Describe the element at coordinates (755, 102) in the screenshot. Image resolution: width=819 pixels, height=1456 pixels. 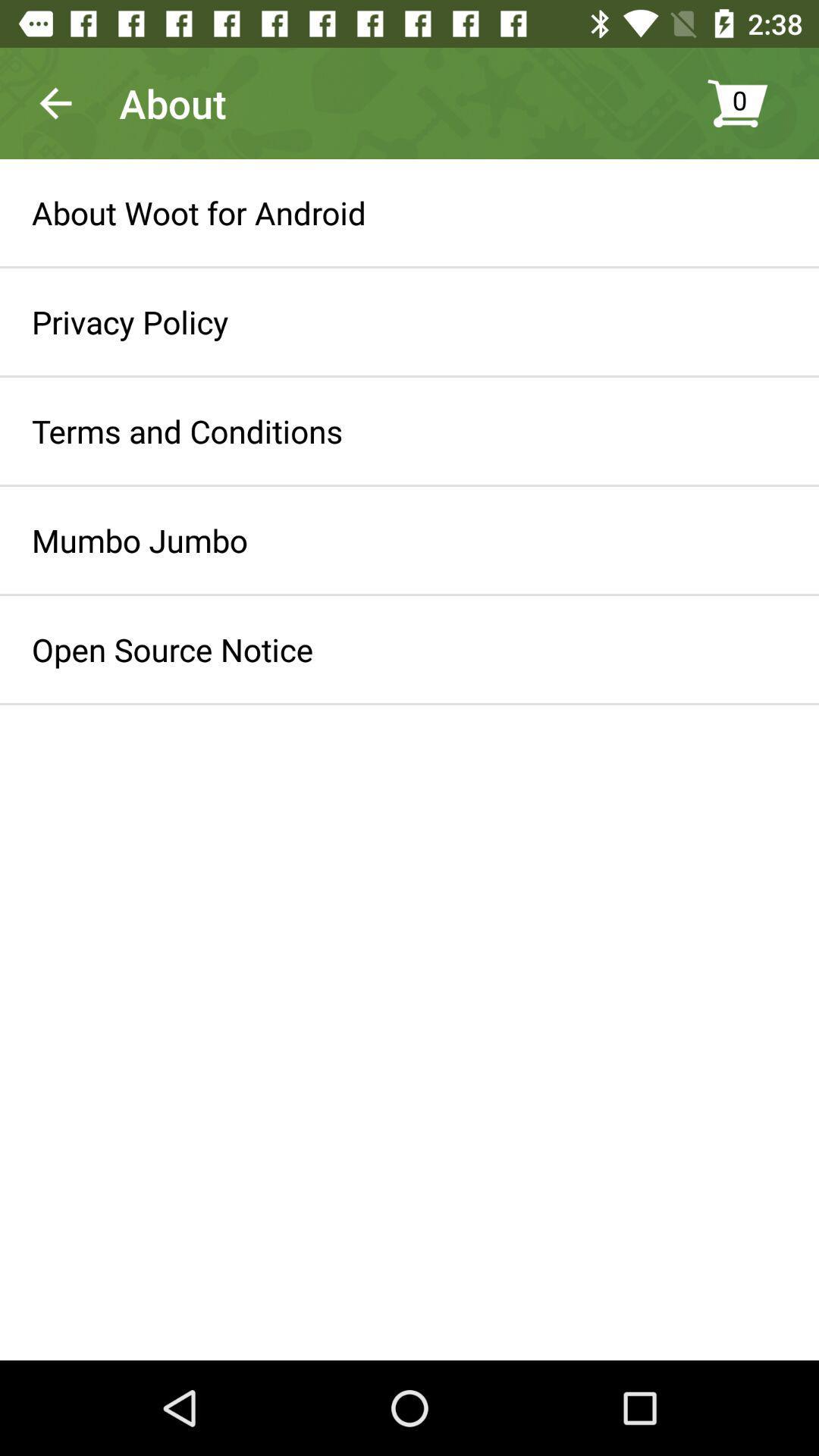
I see `0 icon` at that location.